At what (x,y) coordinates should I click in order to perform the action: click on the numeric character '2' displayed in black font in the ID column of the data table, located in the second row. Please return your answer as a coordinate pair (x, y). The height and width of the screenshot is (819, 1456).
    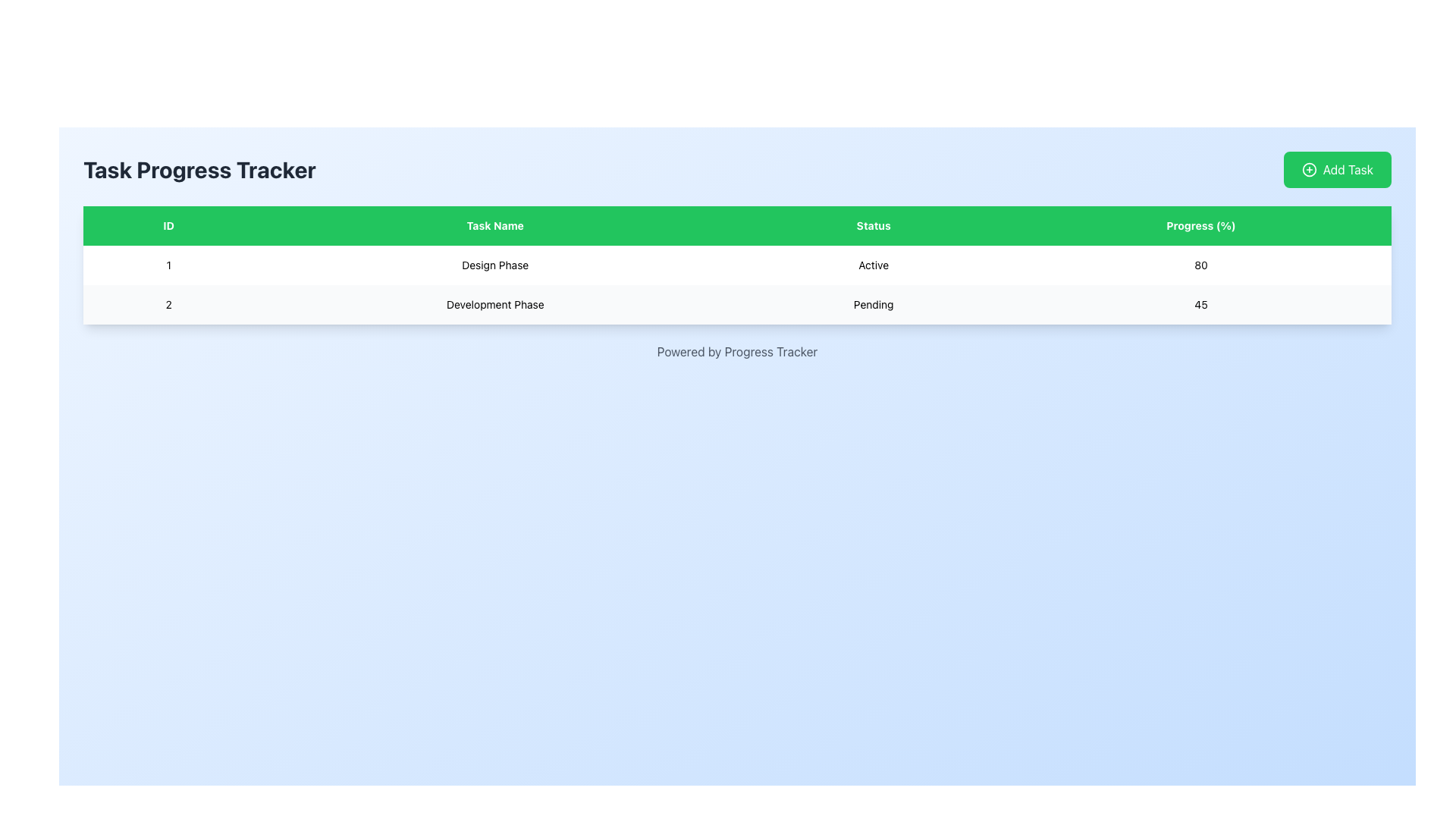
    Looking at the image, I should click on (168, 304).